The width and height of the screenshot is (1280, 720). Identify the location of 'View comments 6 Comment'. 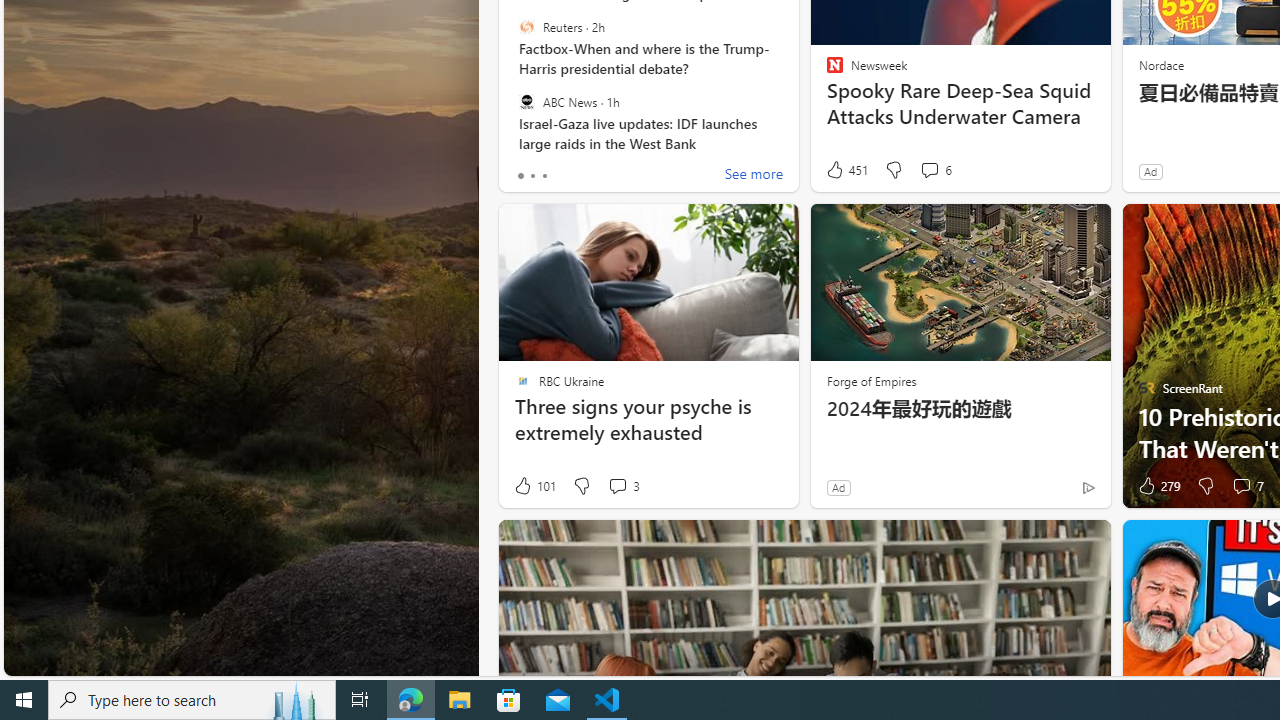
(928, 168).